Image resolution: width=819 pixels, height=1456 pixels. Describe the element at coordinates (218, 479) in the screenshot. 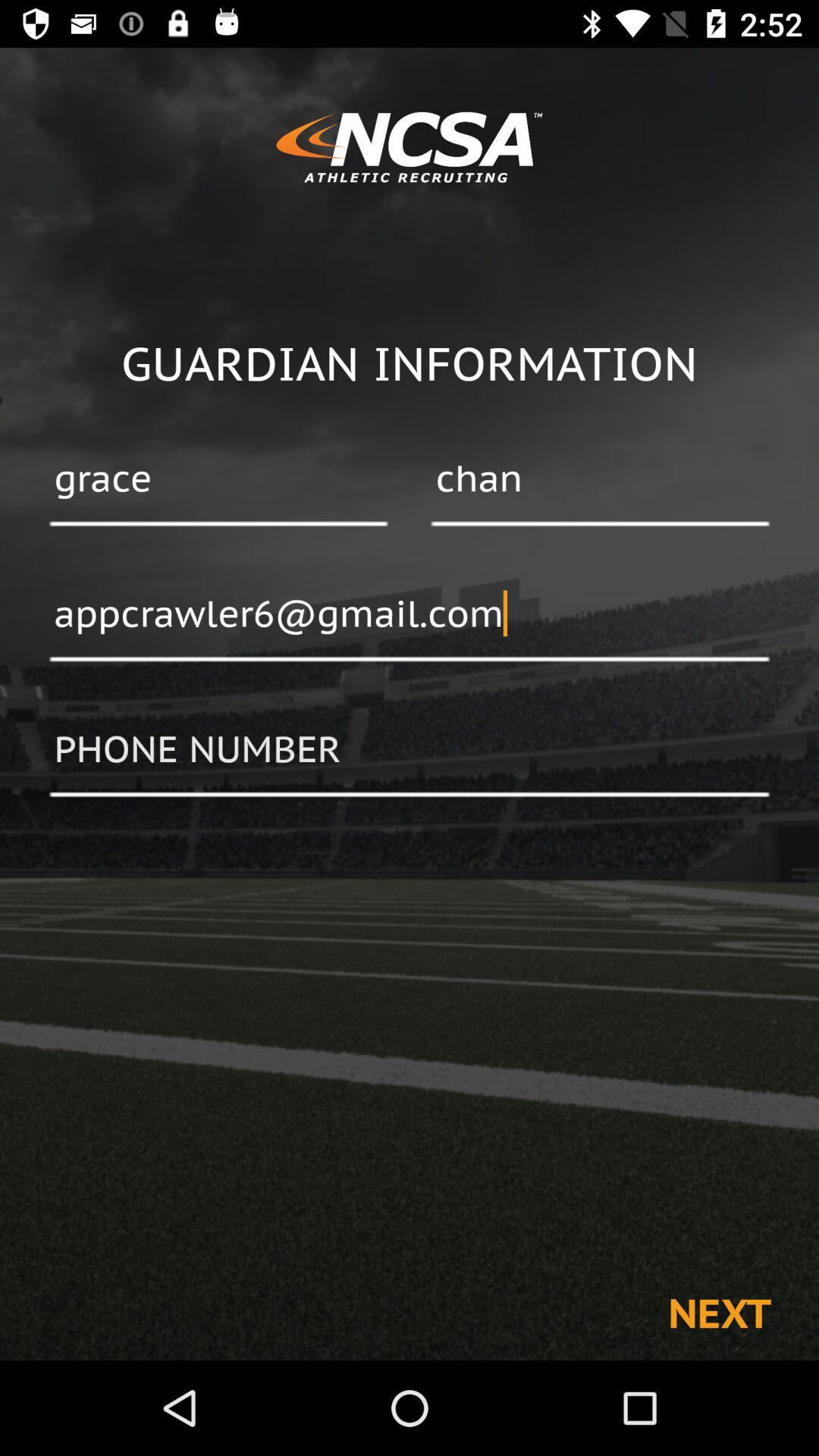

I see `icon to the left of the chan icon` at that location.